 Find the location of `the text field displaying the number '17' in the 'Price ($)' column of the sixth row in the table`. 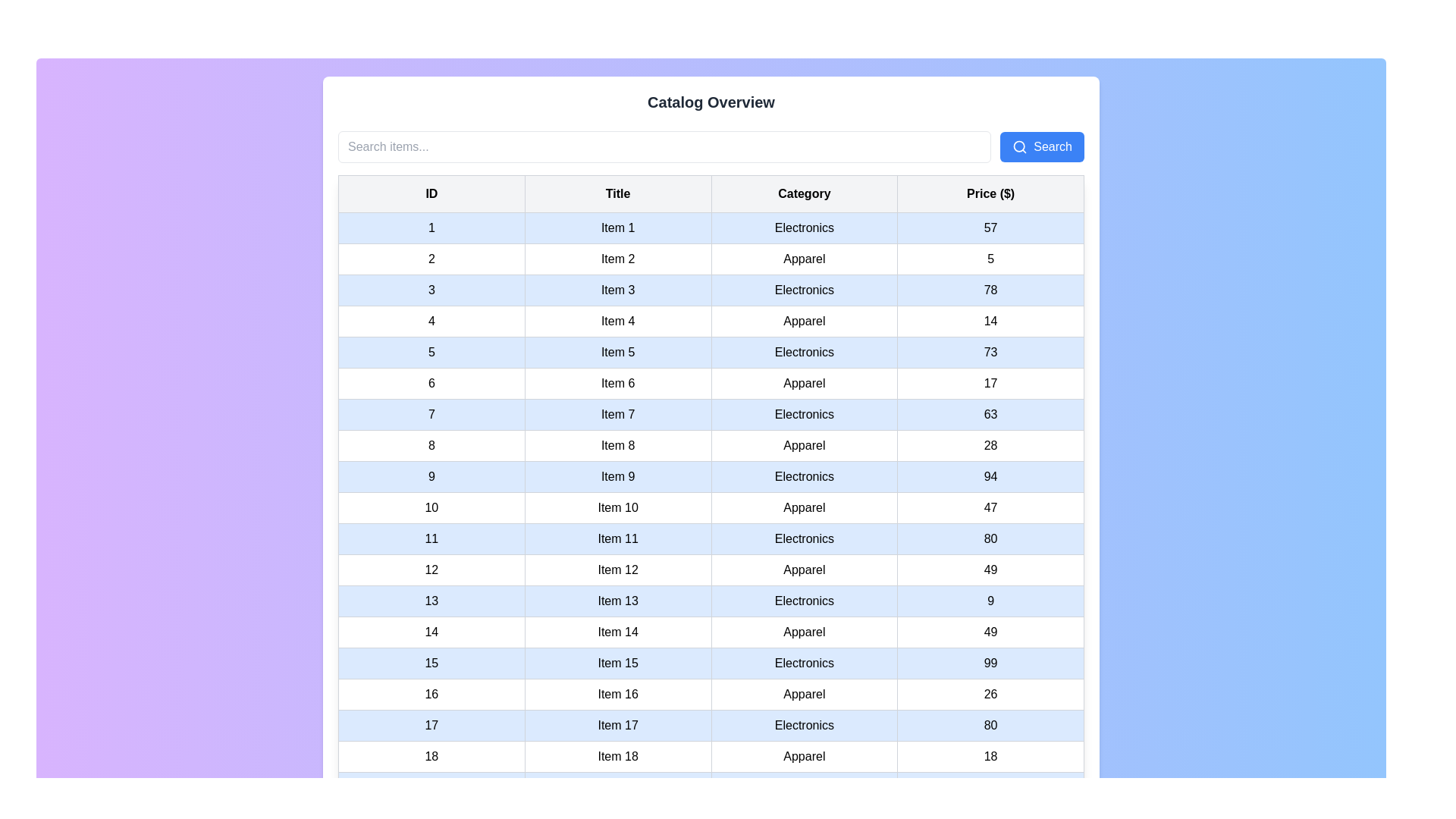

the text field displaying the number '17' in the 'Price ($)' column of the sixth row in the table is located at coordinates (990, 382).